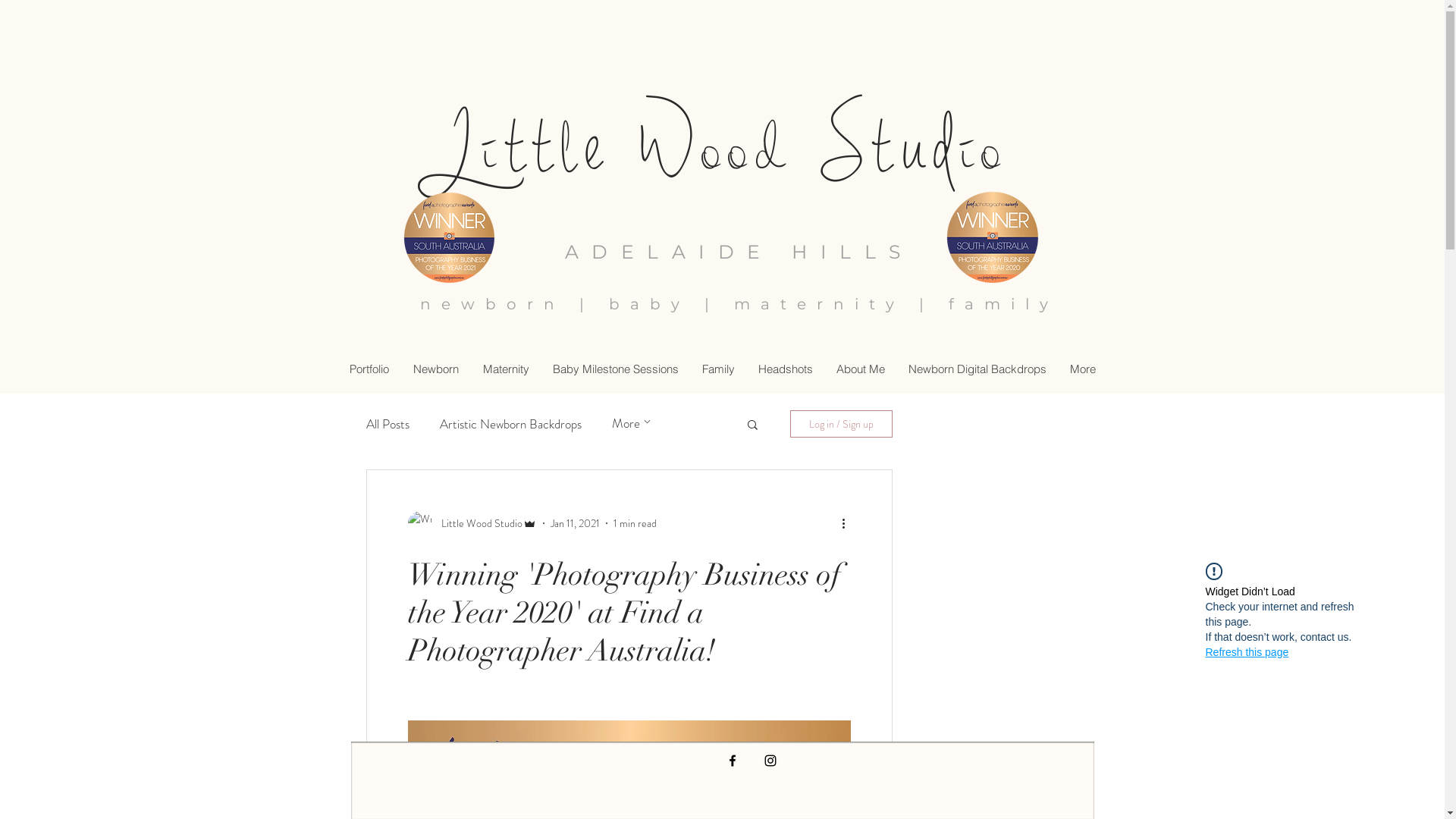 The height and width of the screenshot is (819, 1456). What do you see at coordinates (739, 250) in the screenshot?
I see `'ADELAIDE HILLS'` at bounding box center [739, 250].